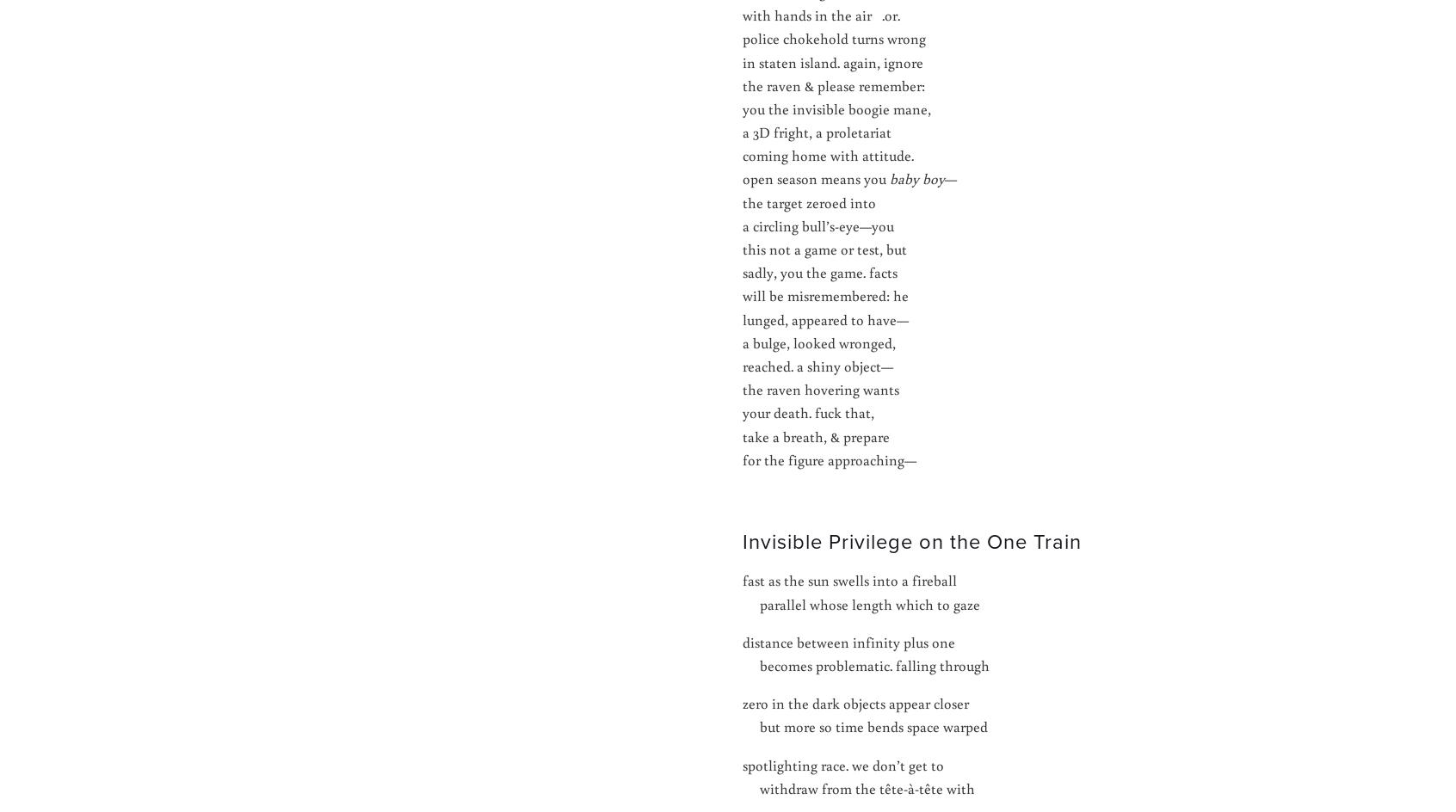 The height and width of the screenshot is (812, 1456). What do you see at coordinates (741, 435) in the screenshot?
I see `'take a breath, & prepare'` at bounding box center [741, 435].